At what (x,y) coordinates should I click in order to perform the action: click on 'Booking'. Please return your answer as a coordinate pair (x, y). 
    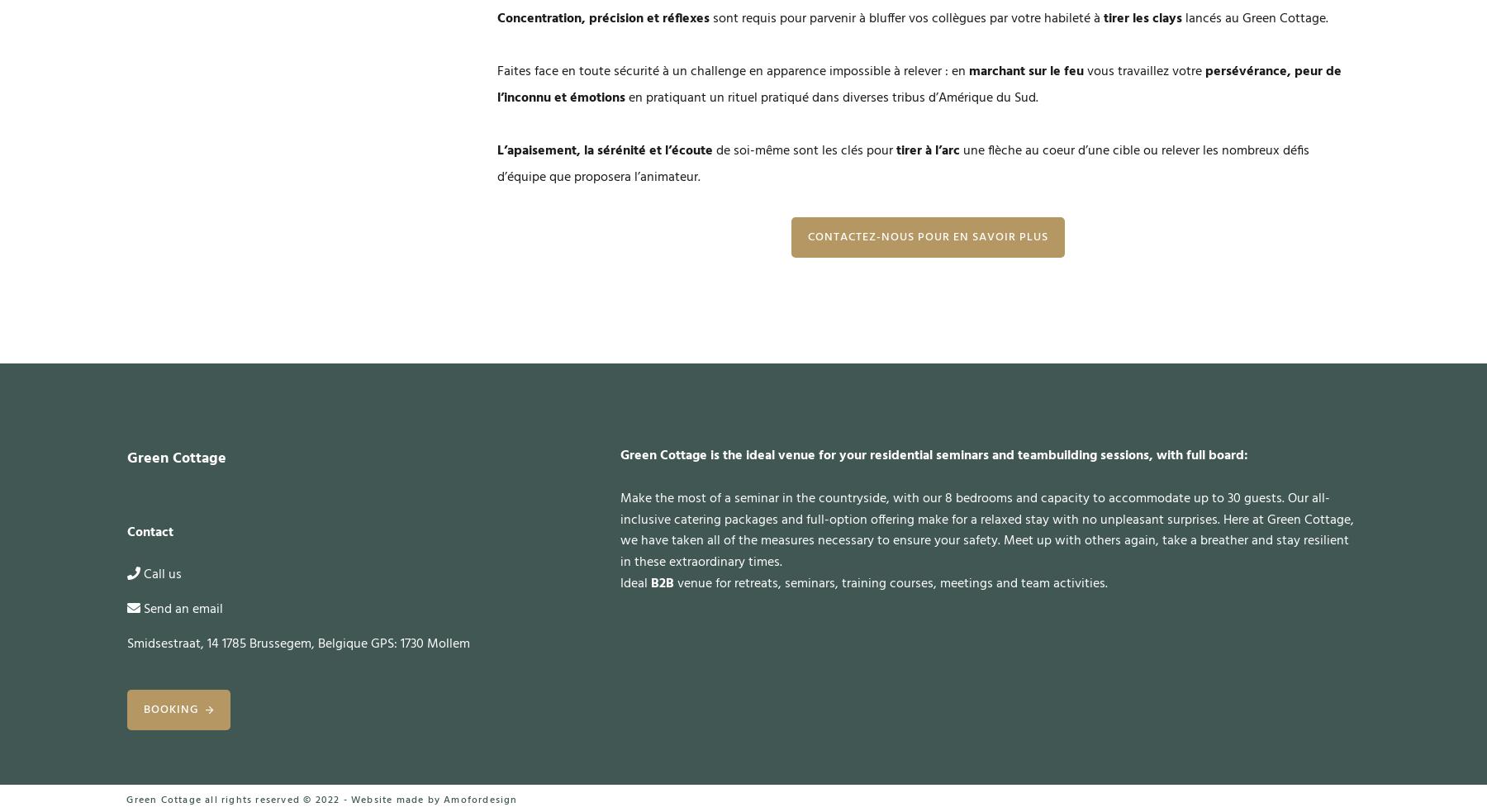
    Looking at the image, I should click on (171, 710).